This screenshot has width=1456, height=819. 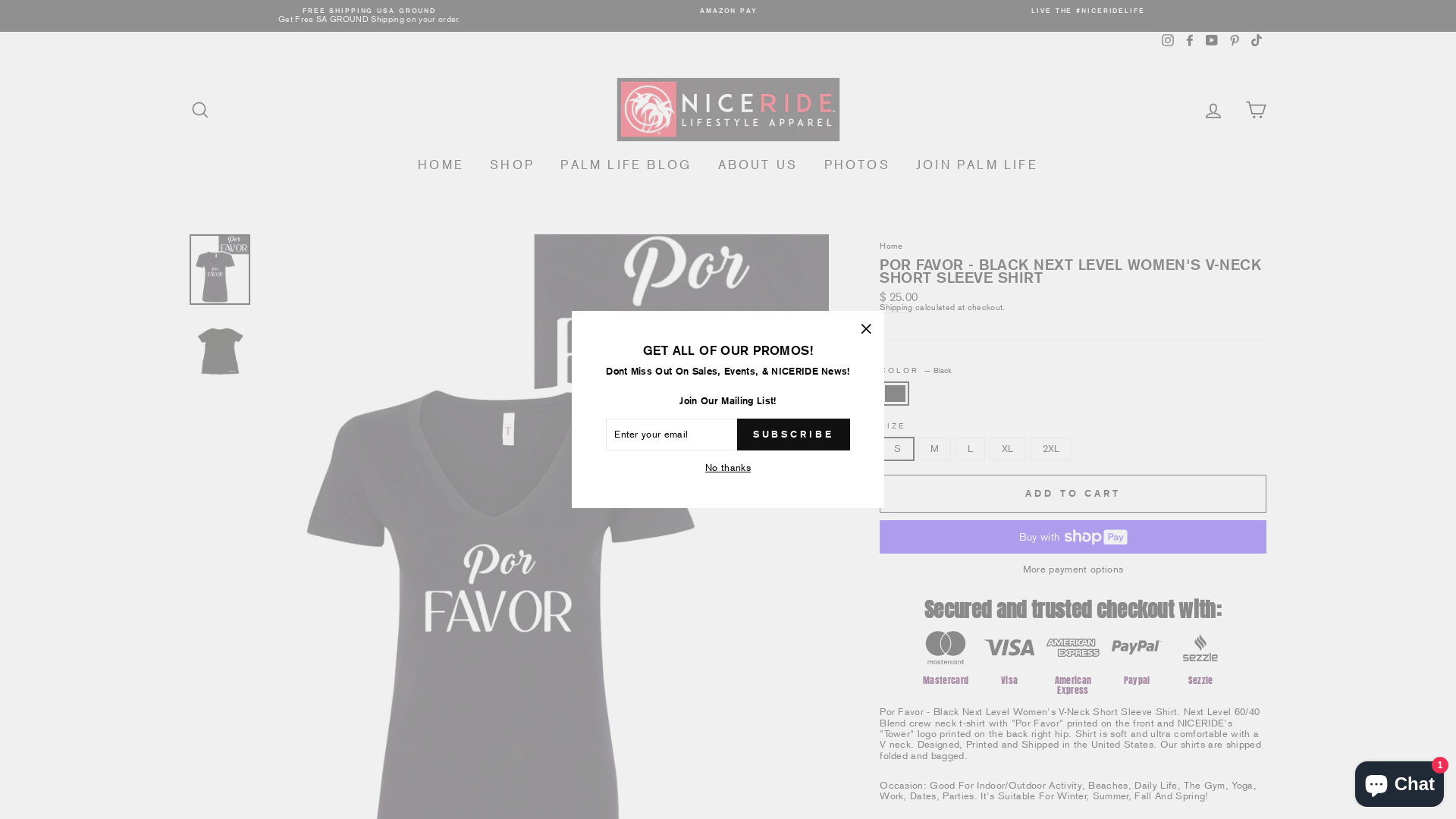 What do you see at coordinates (758, 165) in the screenshot?
I see `'ABOUT US'` at bounding box center [758, 165].